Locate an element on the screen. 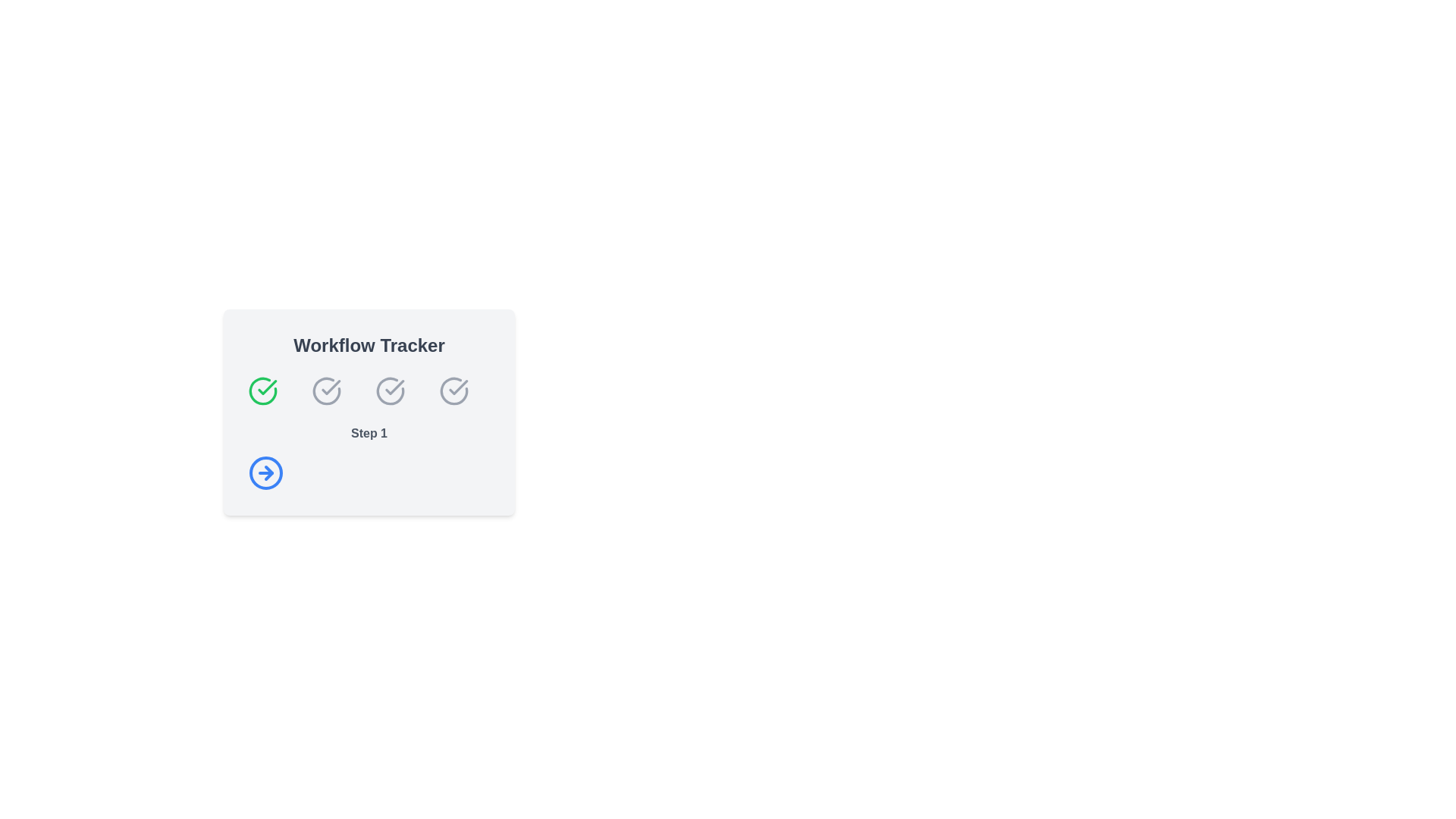 The width and height of the screenshot is (1456, 819). the circular arrow button with a blue outer border and a right-pointing arrow in the center to activate the potential tooltip is located at coordinates (265, 472).